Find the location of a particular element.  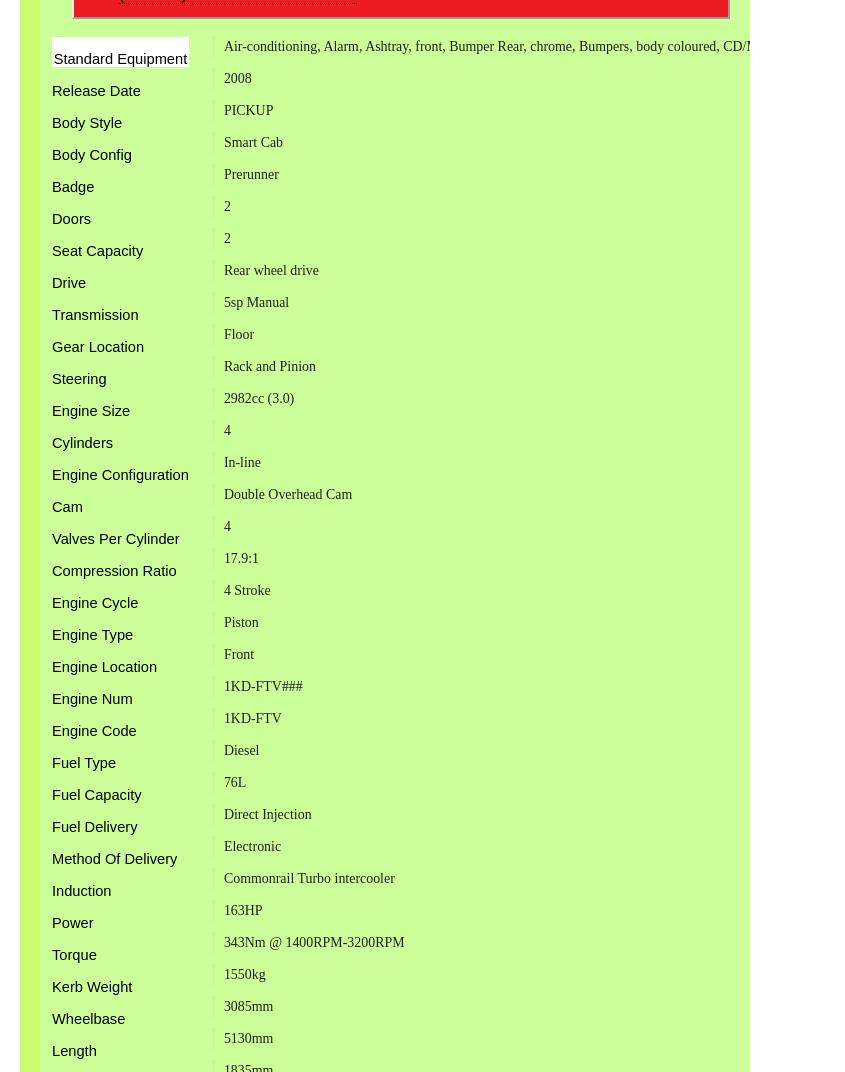

'Fuel Type' is located at coordinates (82, 763).